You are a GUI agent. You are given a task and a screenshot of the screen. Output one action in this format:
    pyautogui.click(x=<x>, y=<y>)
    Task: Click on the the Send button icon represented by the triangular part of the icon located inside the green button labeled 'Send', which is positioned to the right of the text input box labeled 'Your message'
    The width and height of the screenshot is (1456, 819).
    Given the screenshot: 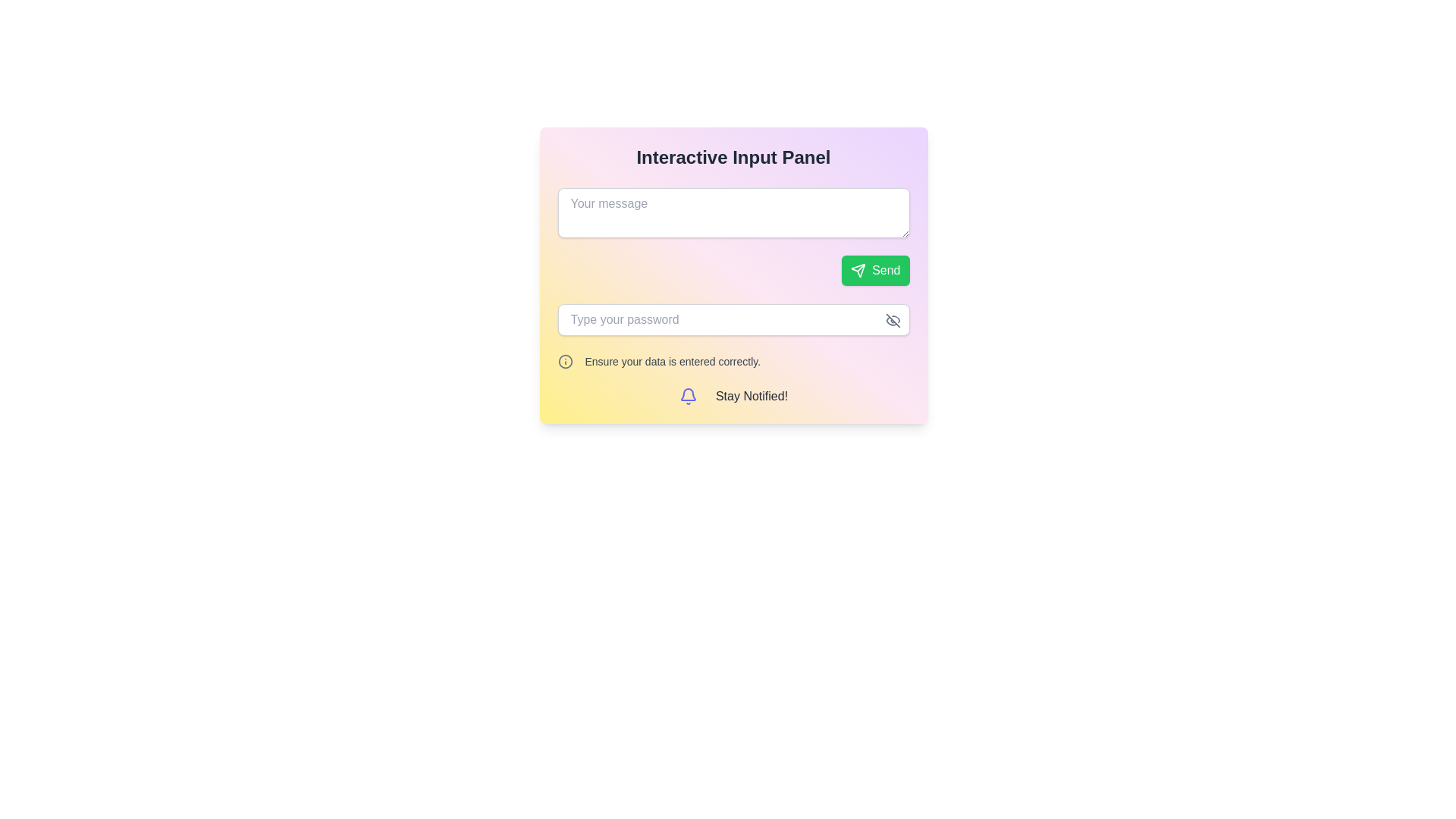 What is the action you would take?
    pyautogui.click(x=858, y=270)
    